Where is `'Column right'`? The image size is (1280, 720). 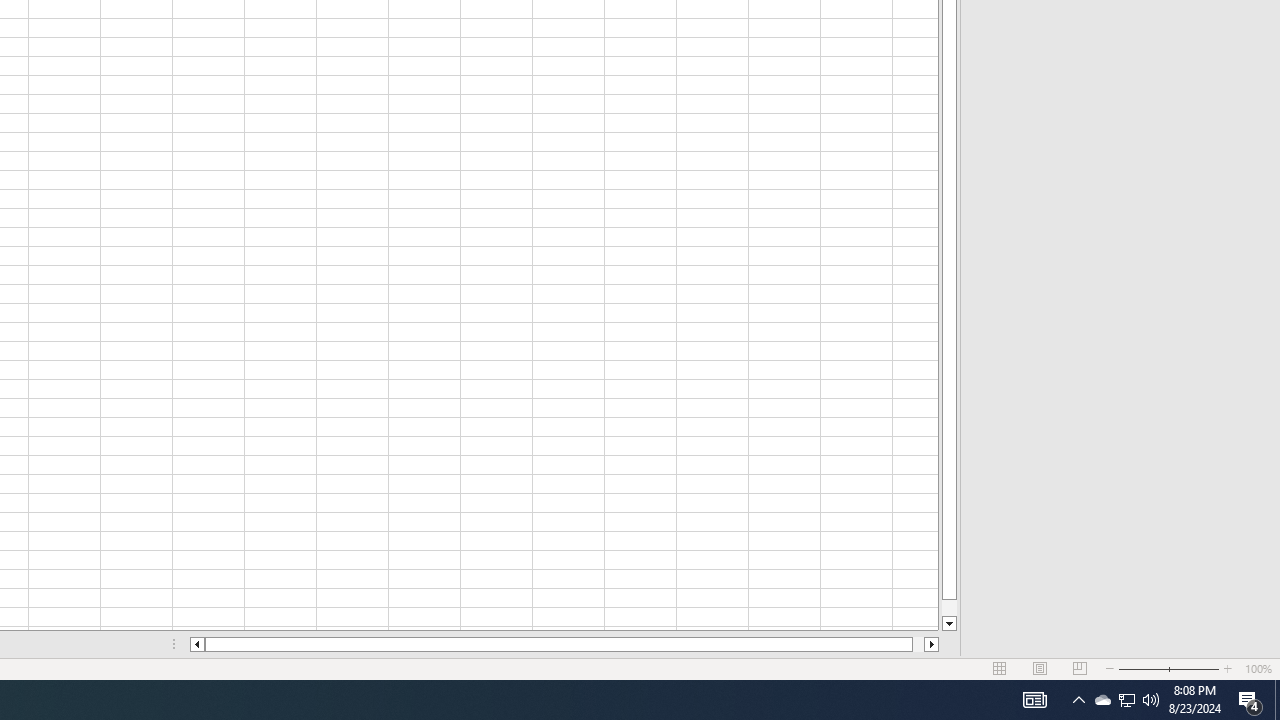 'Column right' is located at coordinates (931, 644).